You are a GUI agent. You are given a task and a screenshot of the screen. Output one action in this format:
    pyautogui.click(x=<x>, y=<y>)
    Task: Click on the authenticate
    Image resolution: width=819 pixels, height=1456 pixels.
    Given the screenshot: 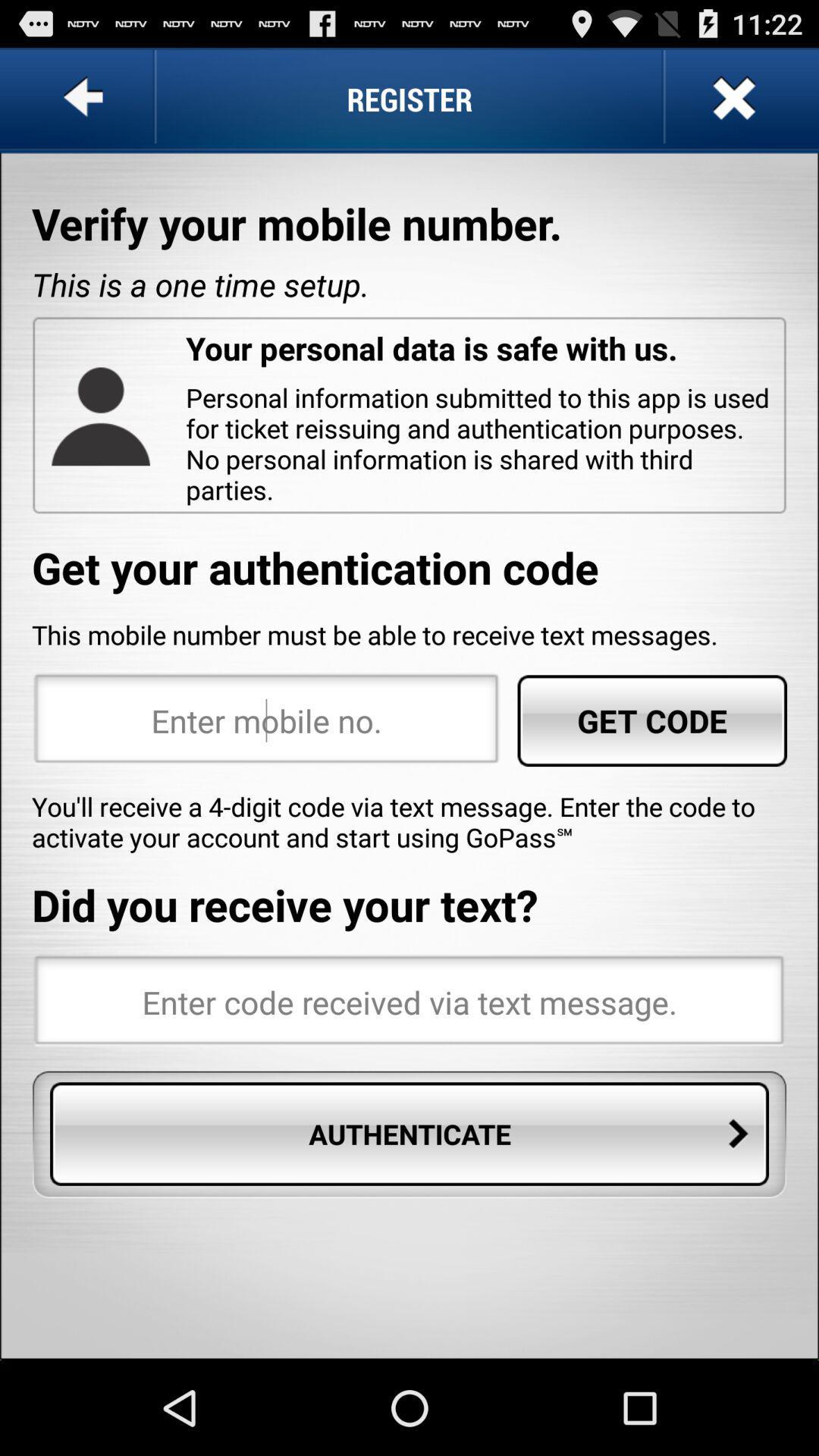 What is the action you would take?
    pyautogui.click(x=409, y=1134)
    